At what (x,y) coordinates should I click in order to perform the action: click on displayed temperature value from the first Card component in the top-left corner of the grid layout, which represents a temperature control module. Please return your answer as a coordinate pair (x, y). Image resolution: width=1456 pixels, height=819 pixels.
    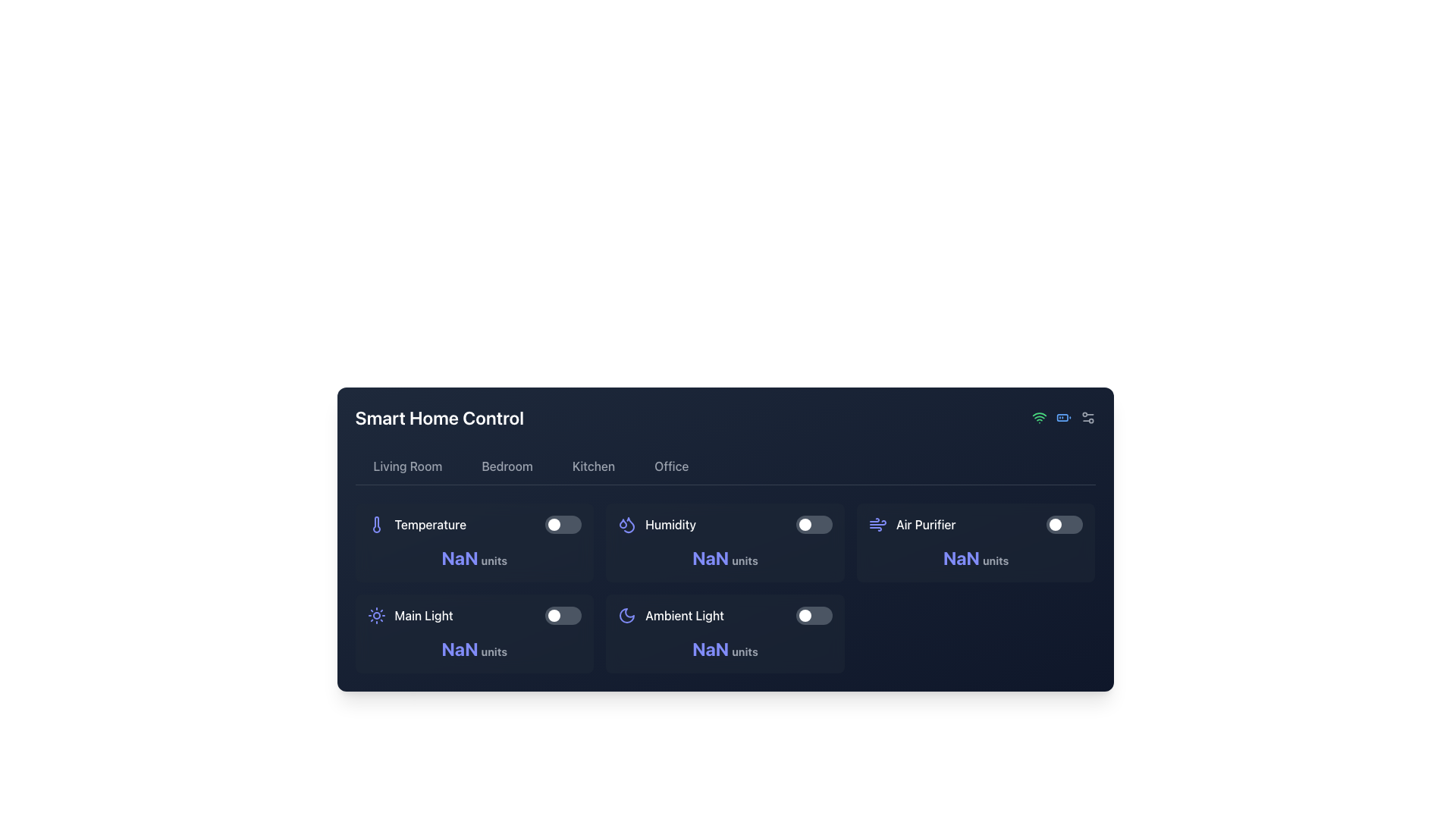
    Looking at the image, I should click on (473, 542).